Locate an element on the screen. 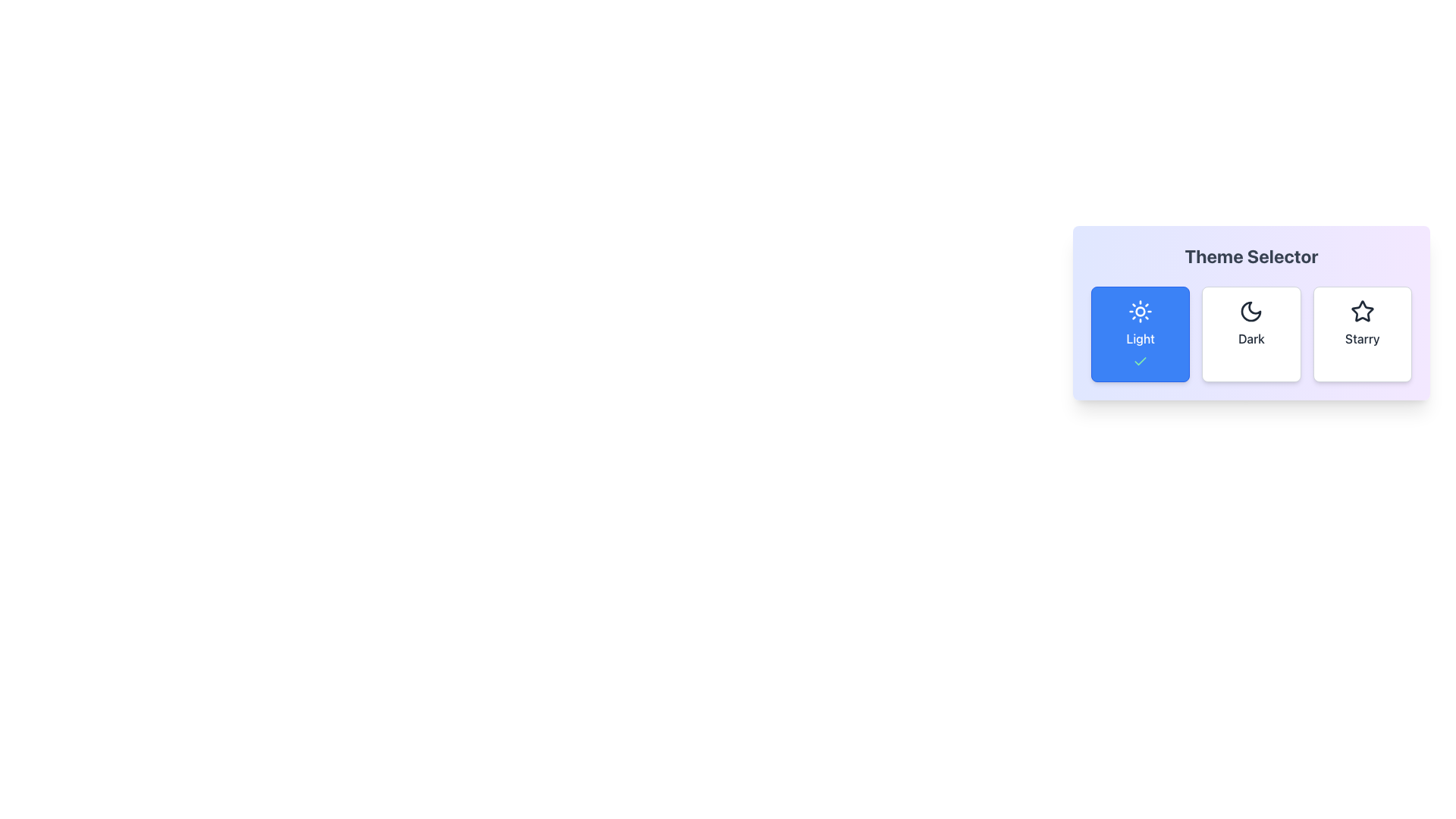 The width and height of the screenshot is (1456, 819). the starry theme icon button is located at coordinates (1362, 310).